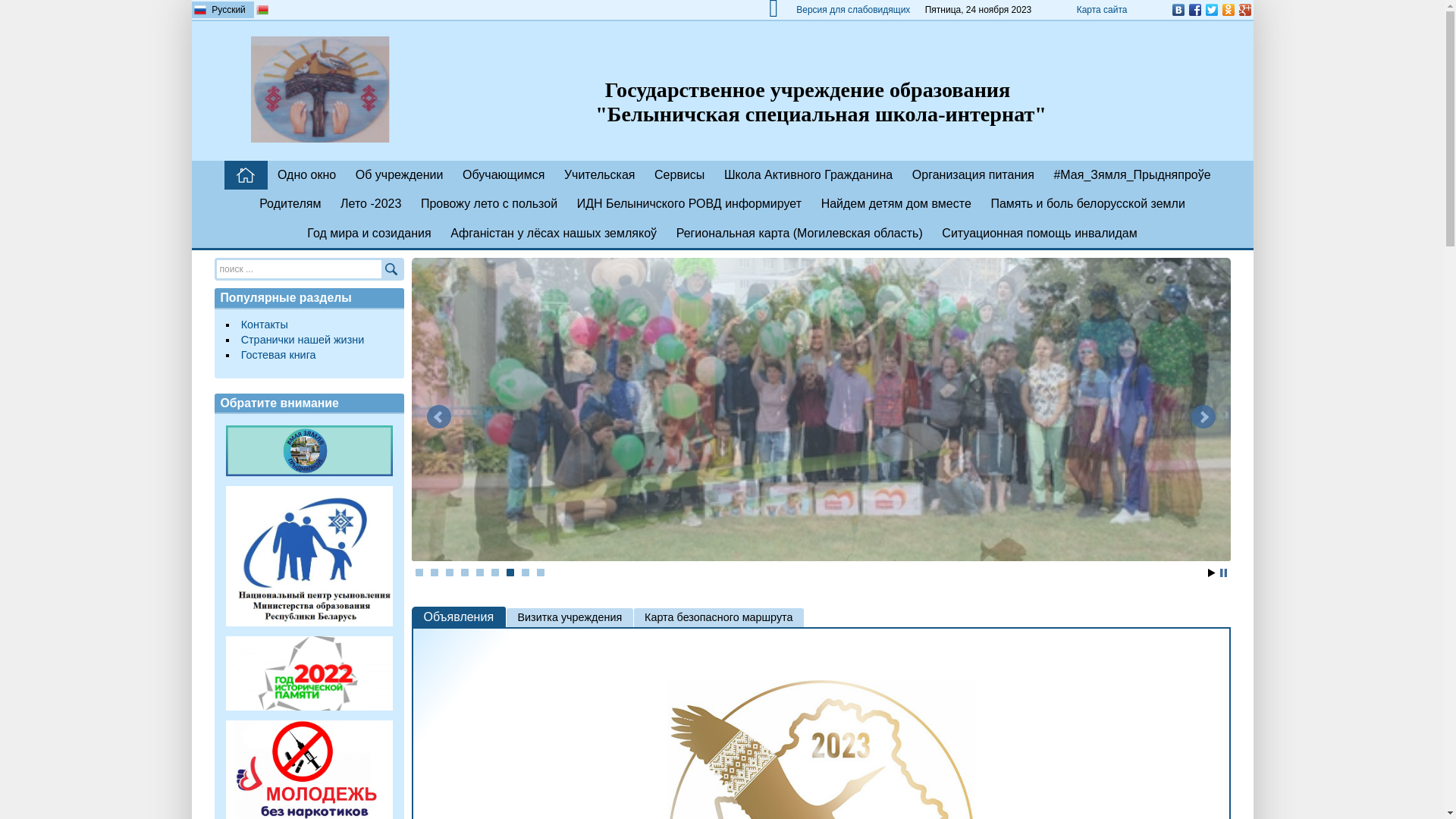 The height and width of the screenshot is (819, 1456). What do you see at coordinates (433, 573) in the screenshot?
I see `'2'` at bounding box center [433, 573].